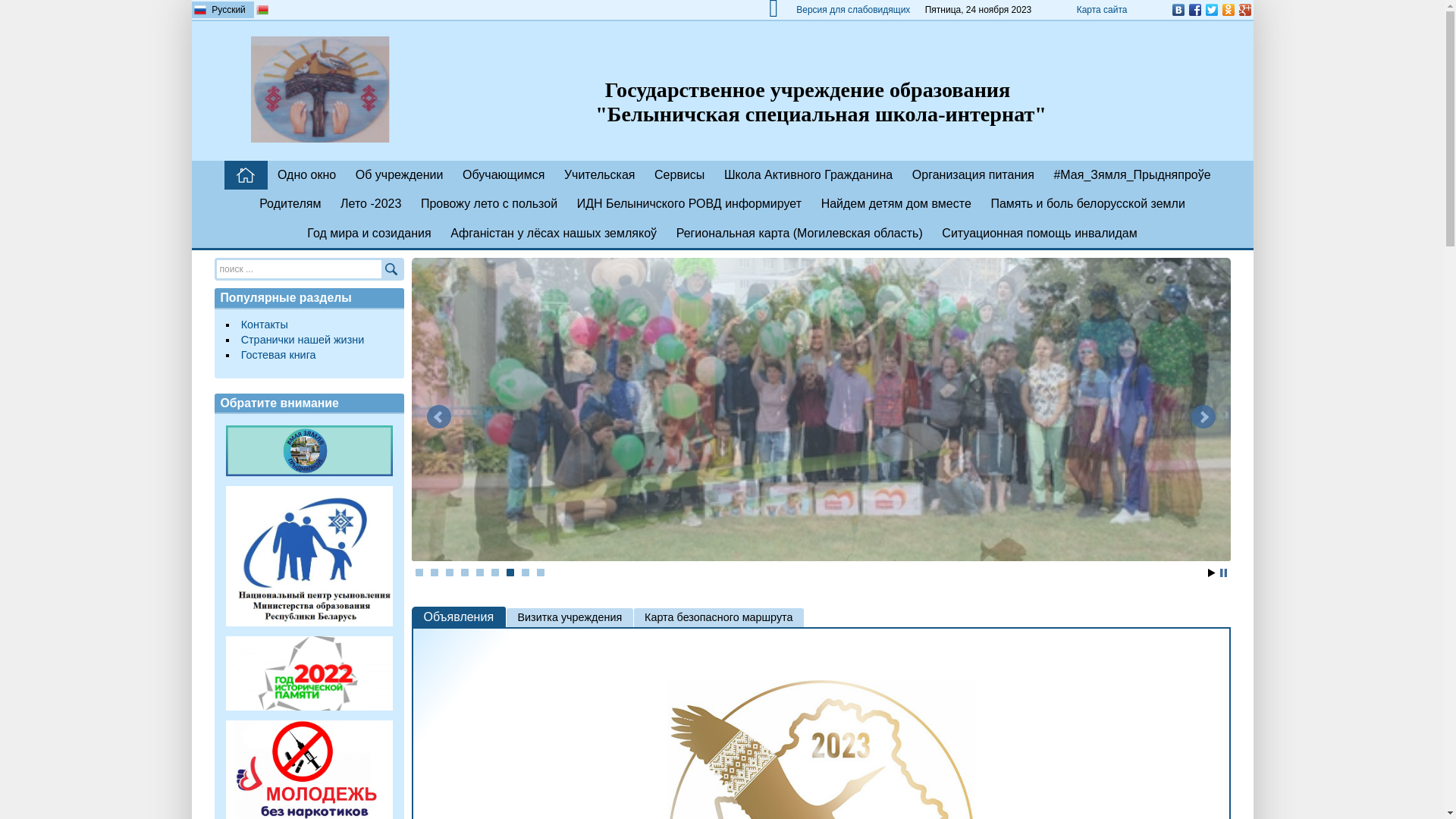 The height and width of the screenshot is (819, 1456). What do you see at coordinates (433, 573) in the screenshot?
I see `'2'` at bounding box center [433, 573].